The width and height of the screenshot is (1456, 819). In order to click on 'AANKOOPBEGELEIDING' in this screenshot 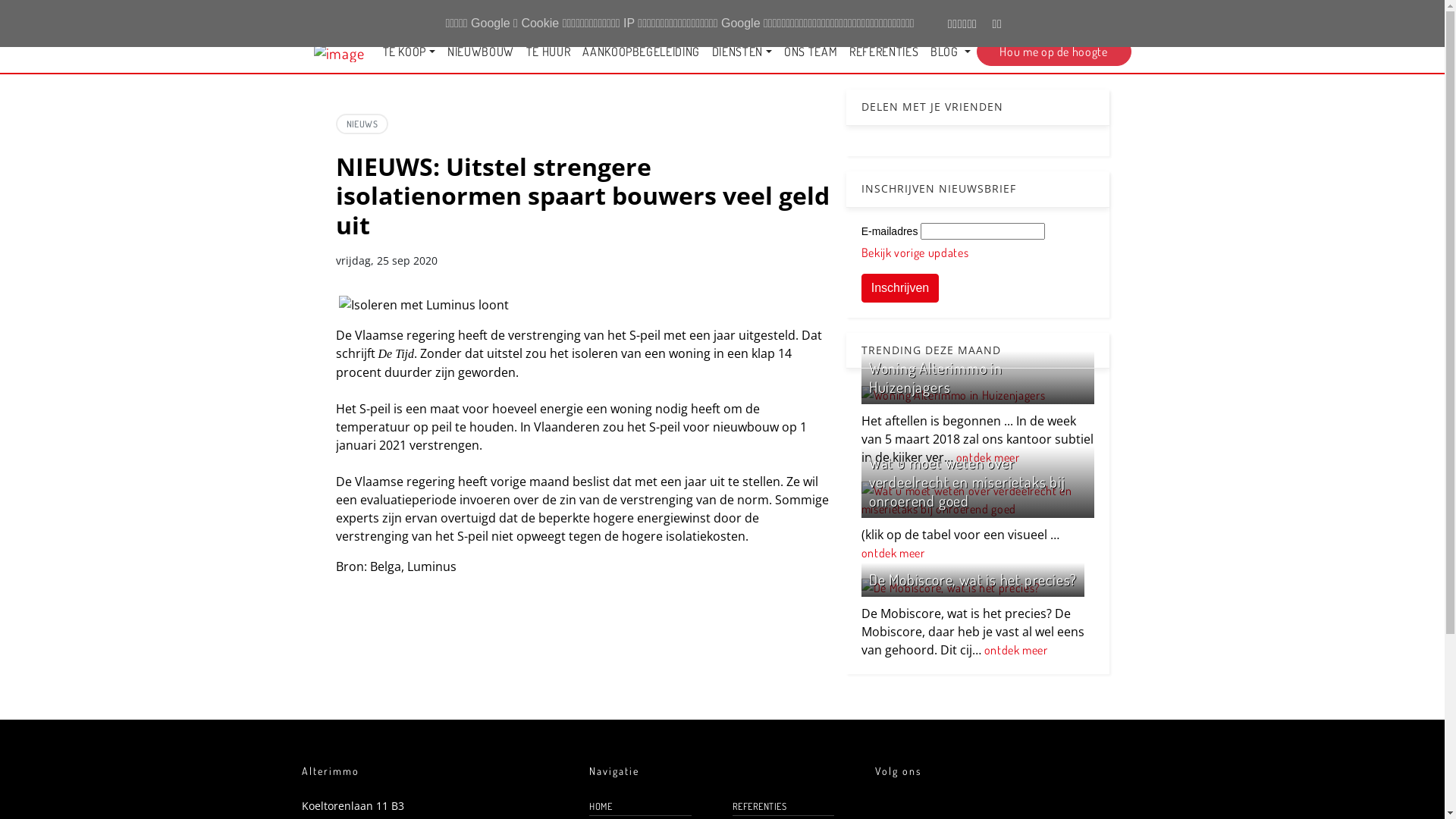, I will do `click(641, 51)`.